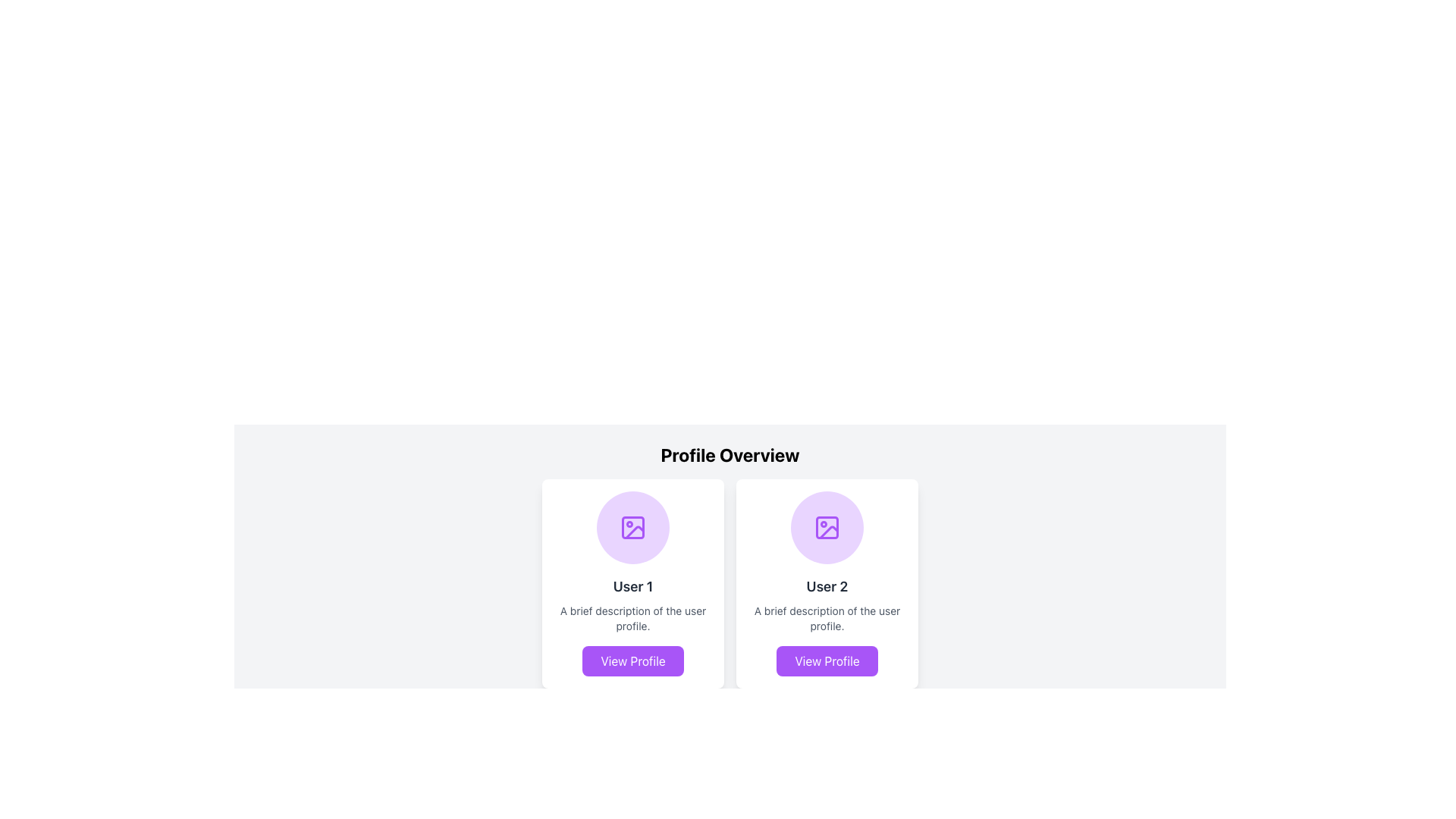 The width and height of the screenshot is (1456, 819). What do you see at coordinates (633, 619) in the screenshot?
I see `the Text Label providing supplementary information about the user profile, located centrally below the 'User 1' title and above the 'View Profile' button in the left card of a two-card layout` at bounding box center [633, 619].